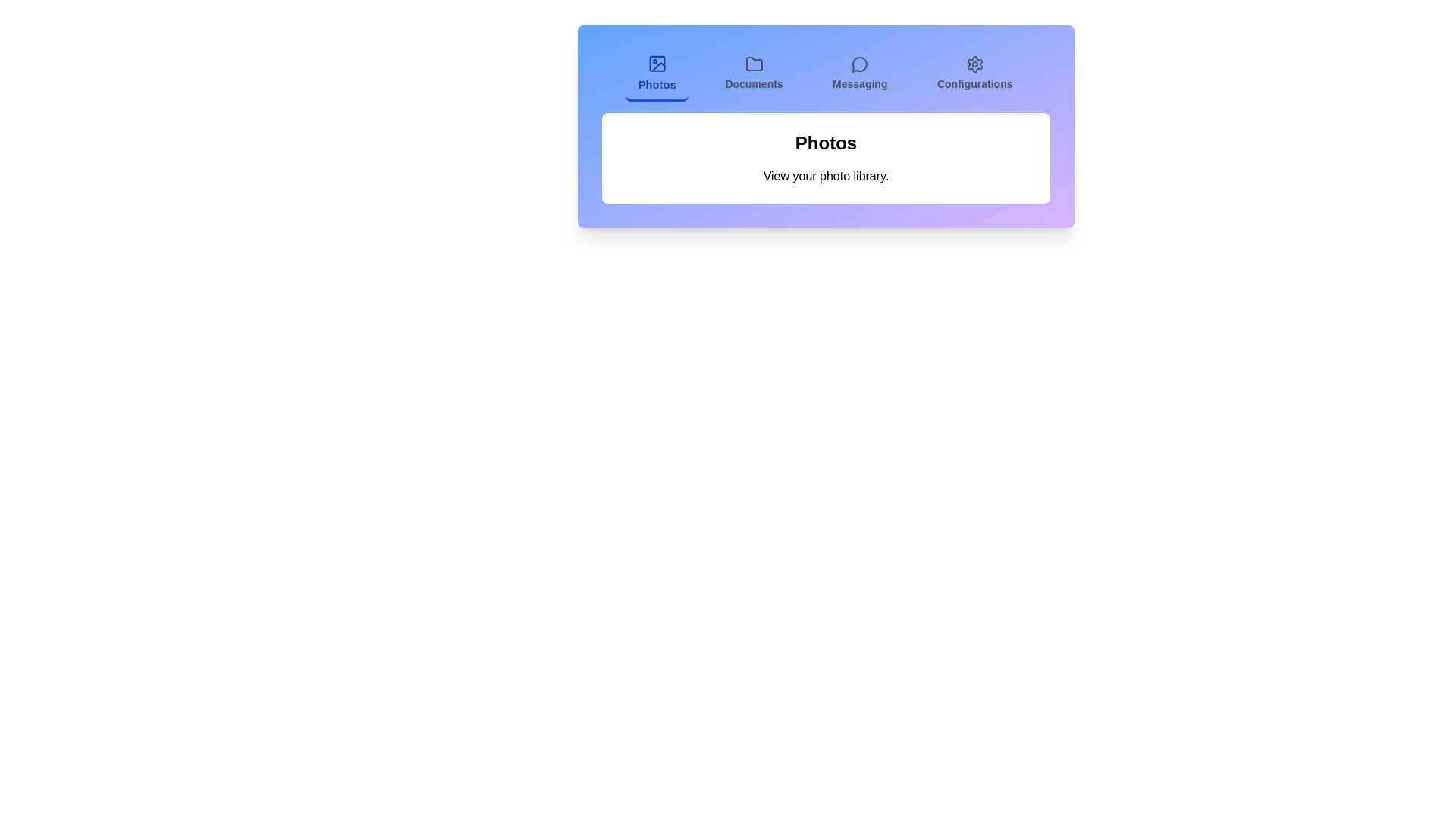  Describe the element at coordinates (974, 63) in the screenshot. I see `the icon of the Configurations tab to activate it` at that location.